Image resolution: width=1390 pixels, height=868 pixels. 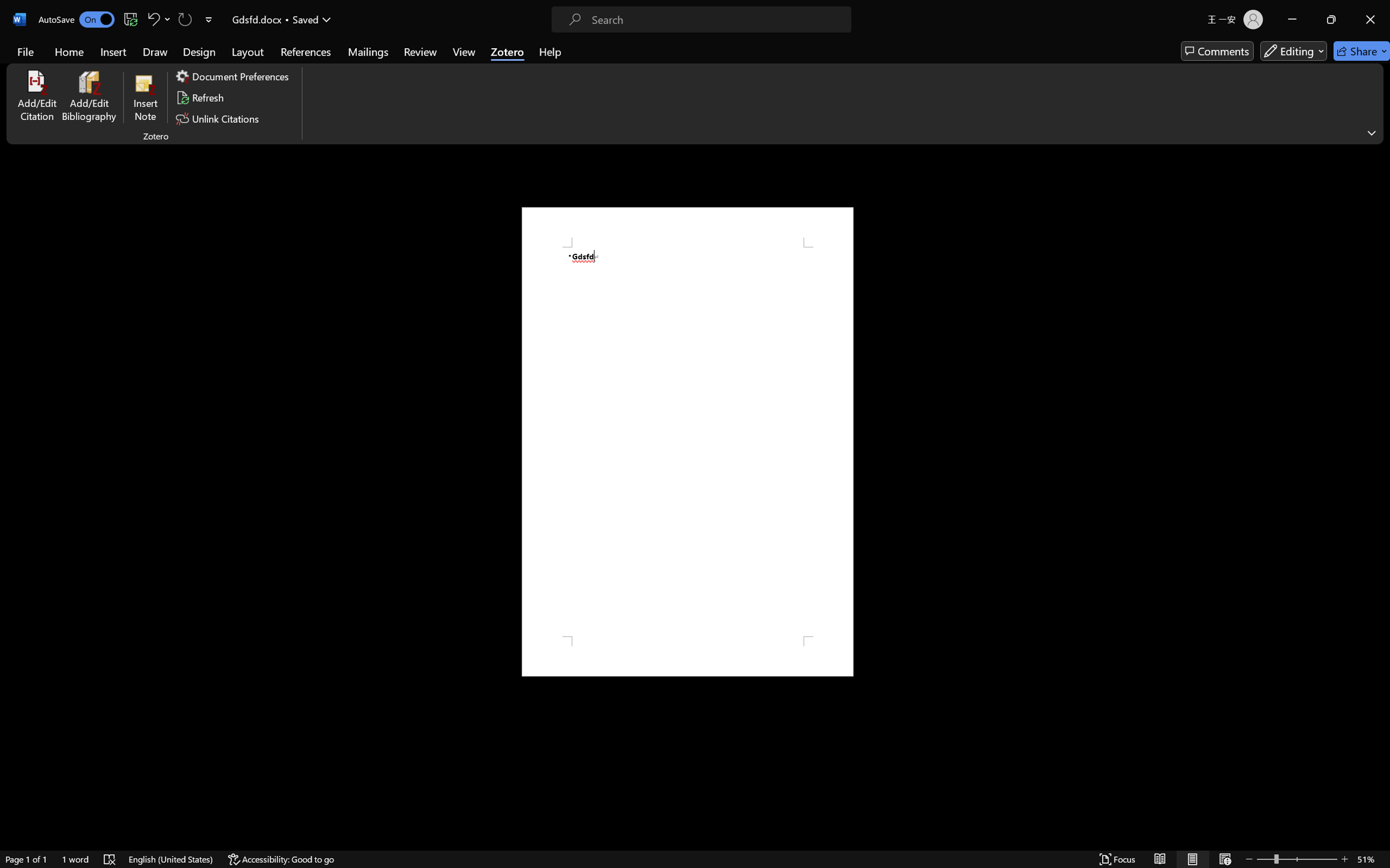 What do you see at coordinates (62, 60) in the screenshot?
I see `'None'` at bounding box center [62, 60].